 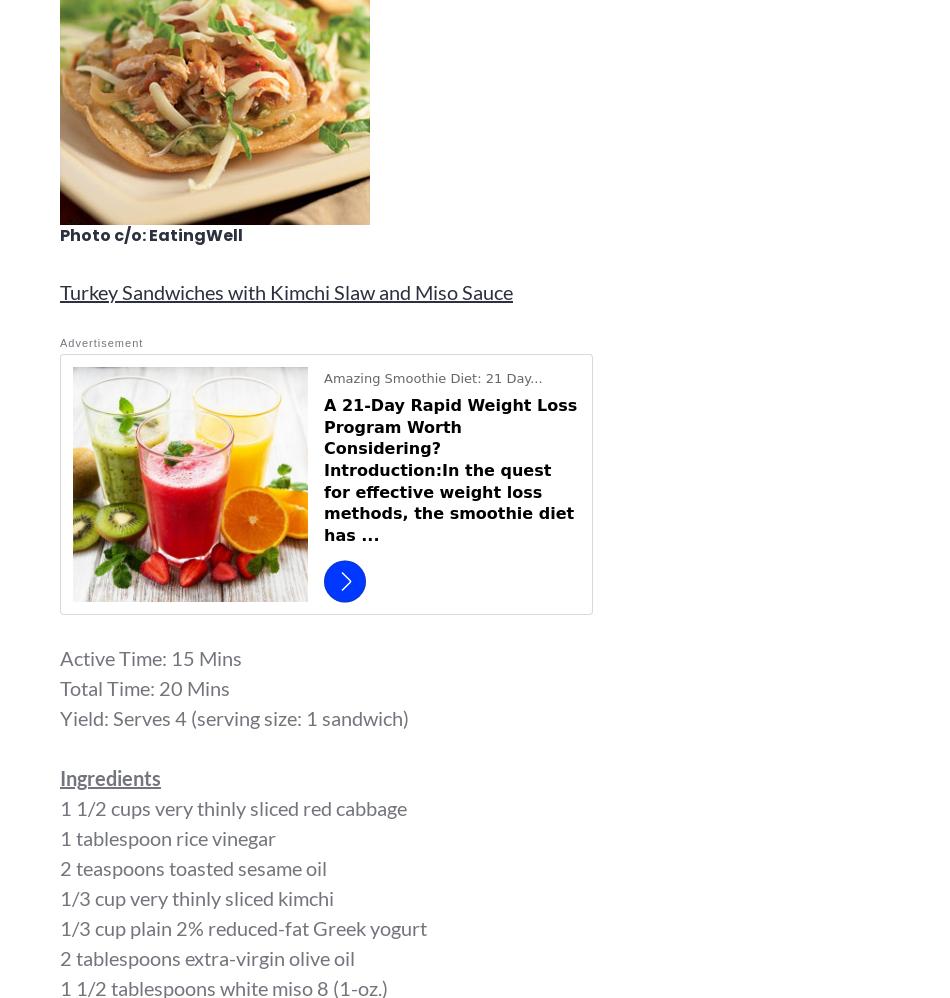 I want to click on '1 tablespoon rice vinegar', so click(x=60, y=838).